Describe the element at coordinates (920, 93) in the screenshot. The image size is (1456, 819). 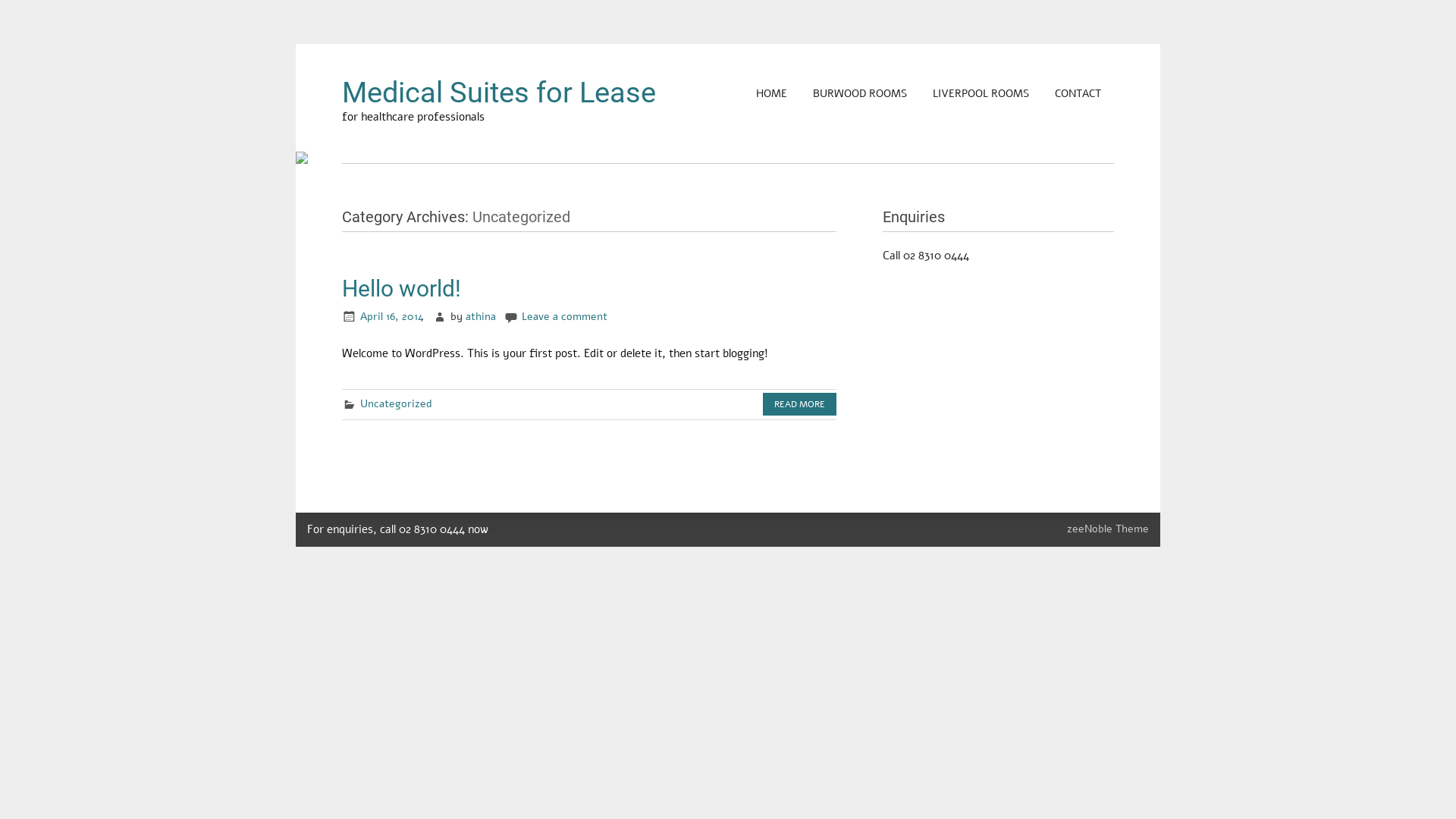
I see `'LIVERPOOL ROOMS'` at that location.